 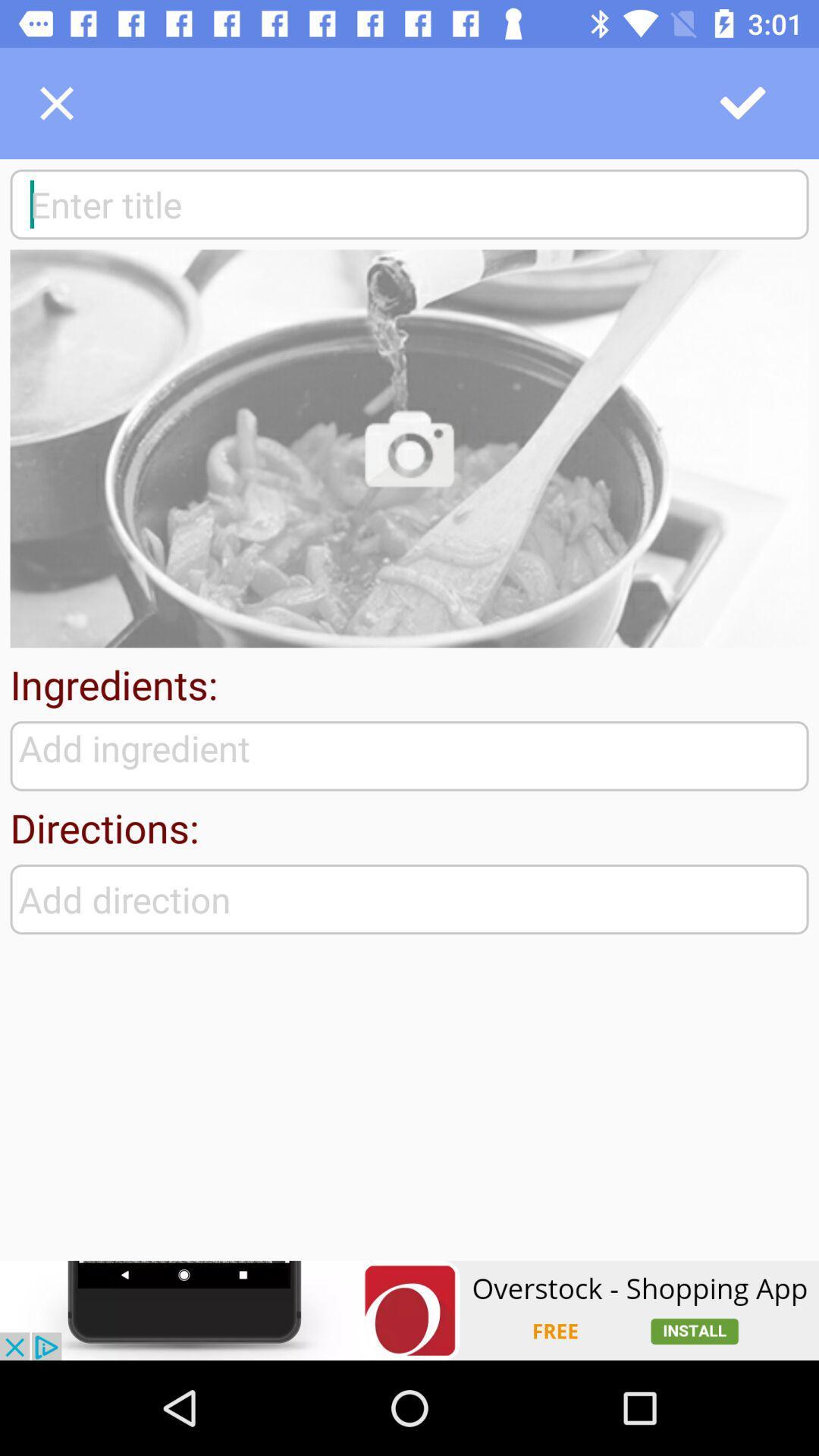 What do you see at coordinates (55, 102) in the screenshot?
I see `close button` at bounding box center [55, 102].